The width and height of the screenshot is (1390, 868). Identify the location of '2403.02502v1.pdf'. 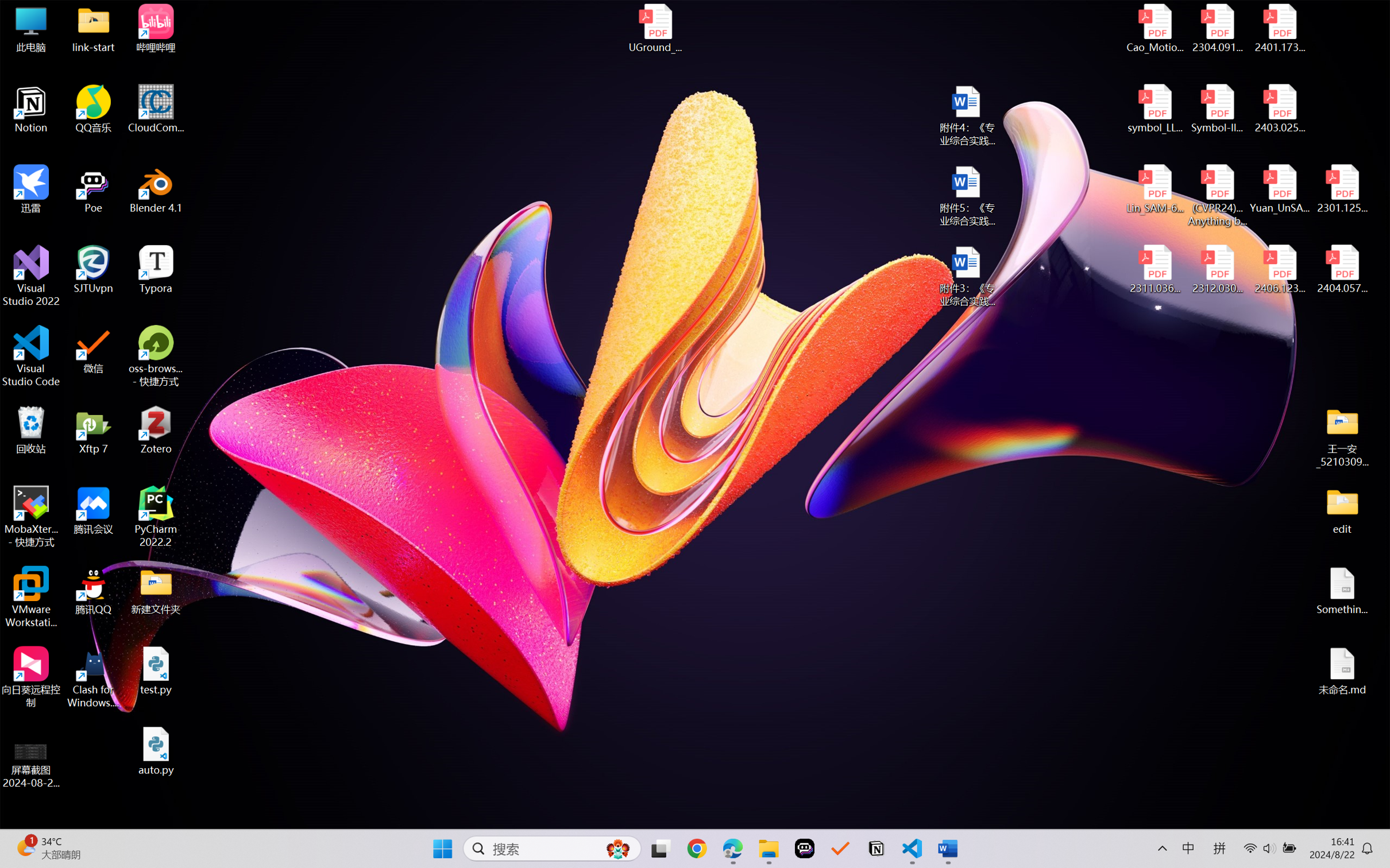
(1279, 109).